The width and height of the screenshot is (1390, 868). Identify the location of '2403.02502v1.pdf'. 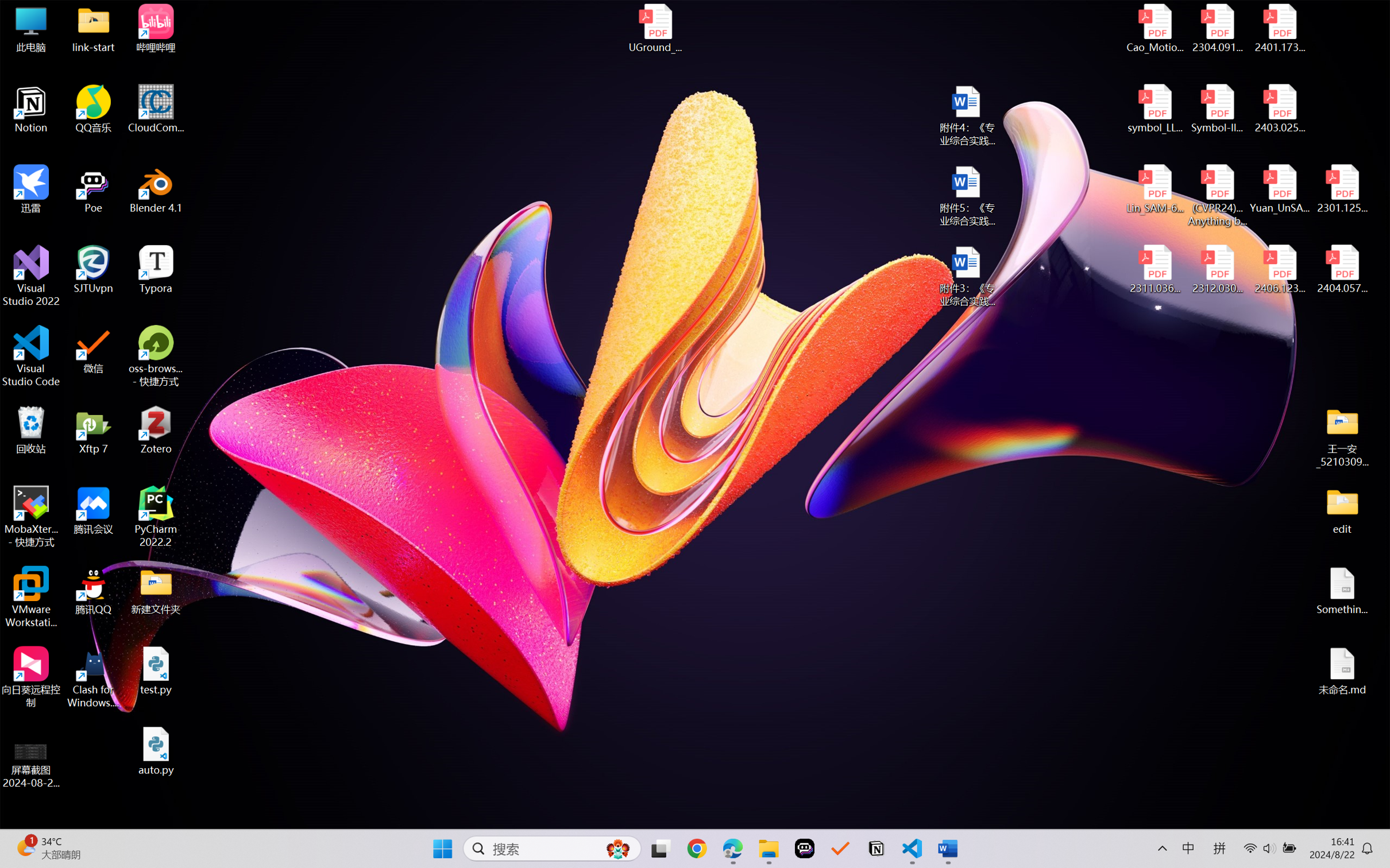
(1279, 109).